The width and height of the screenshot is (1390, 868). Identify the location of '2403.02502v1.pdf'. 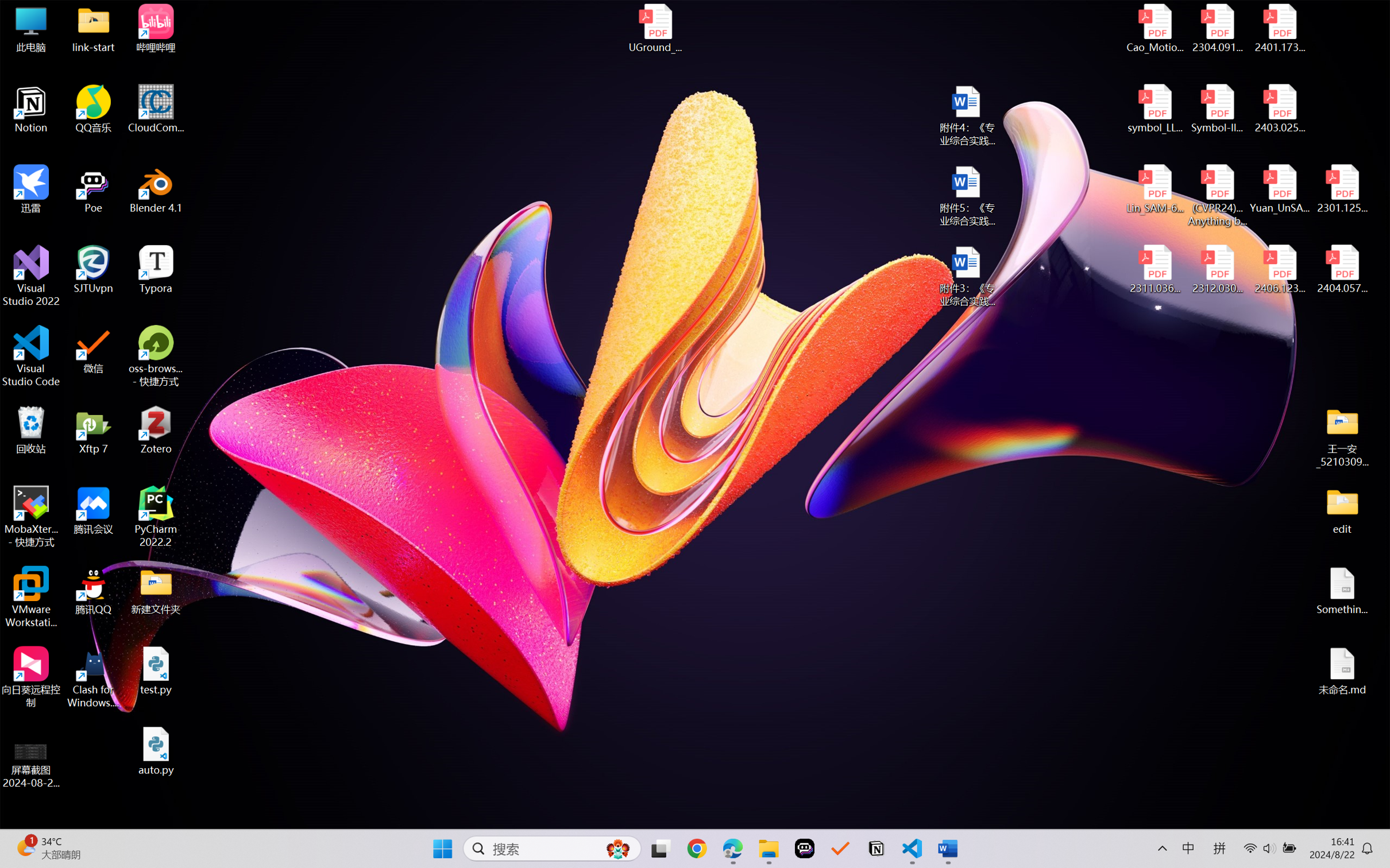
(1279, 109).